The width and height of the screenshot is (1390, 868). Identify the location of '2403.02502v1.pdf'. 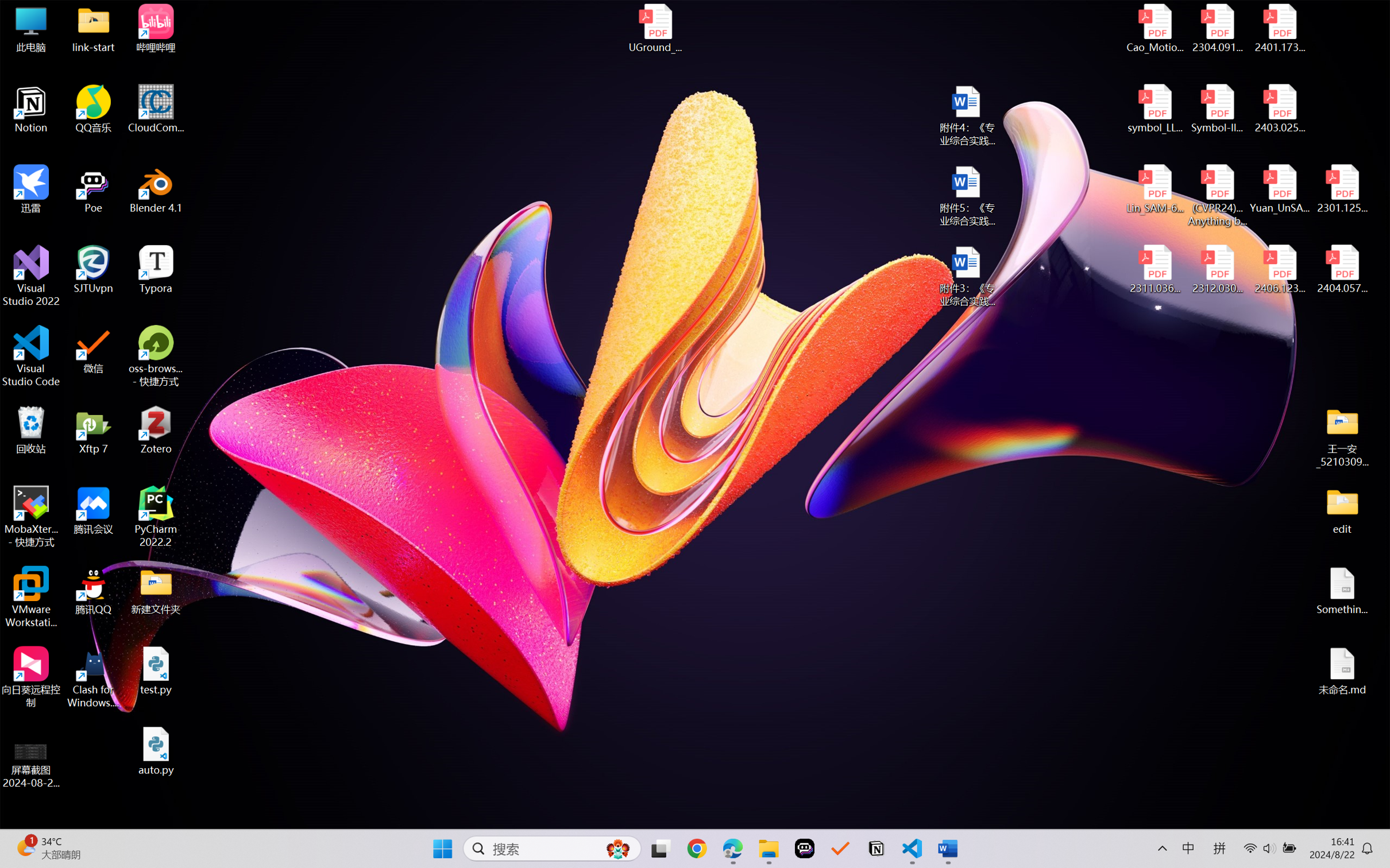
(1279, 109).